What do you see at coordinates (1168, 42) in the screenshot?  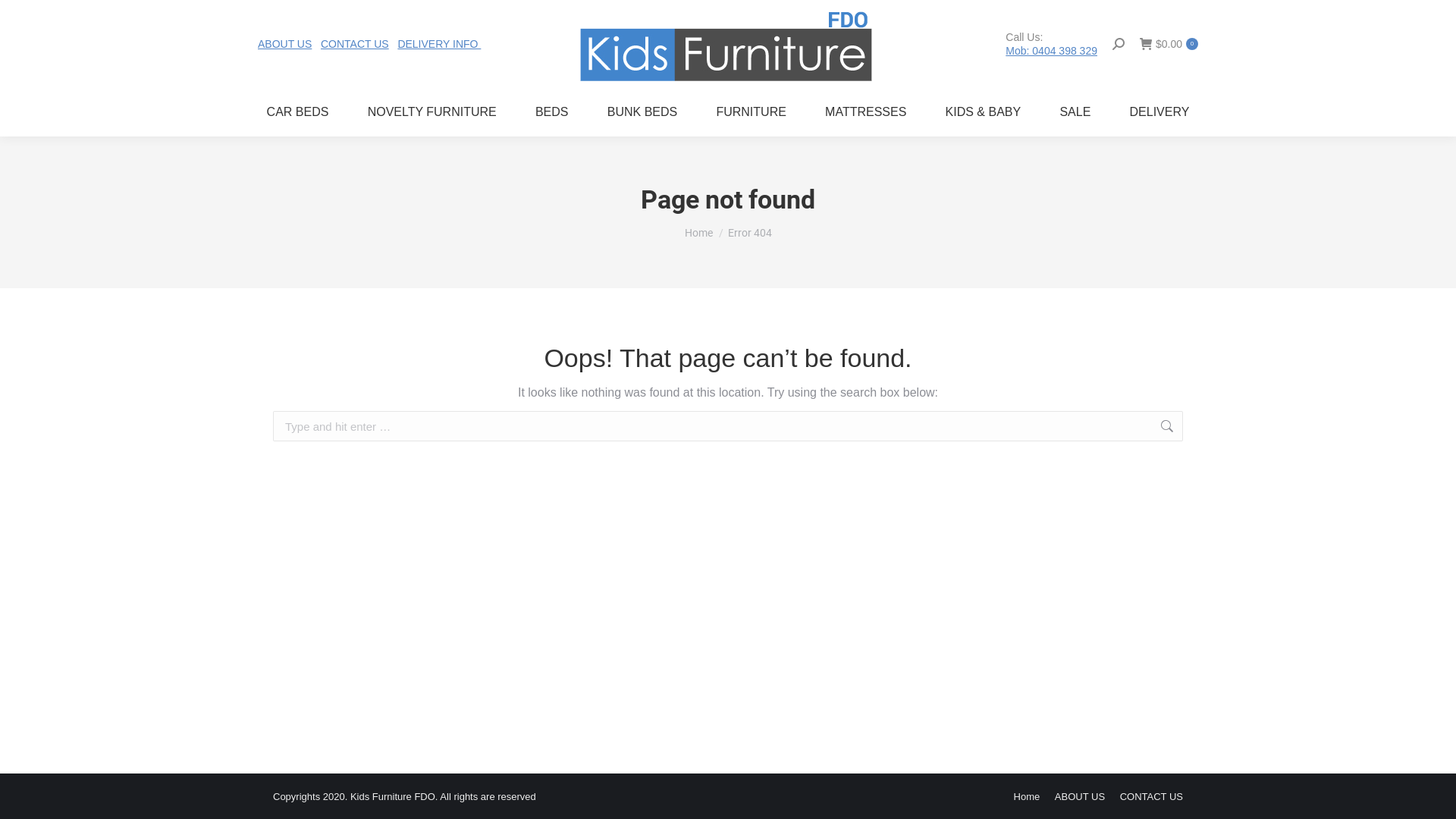 I see `'$0.00` at bounding box center [1168, 42].